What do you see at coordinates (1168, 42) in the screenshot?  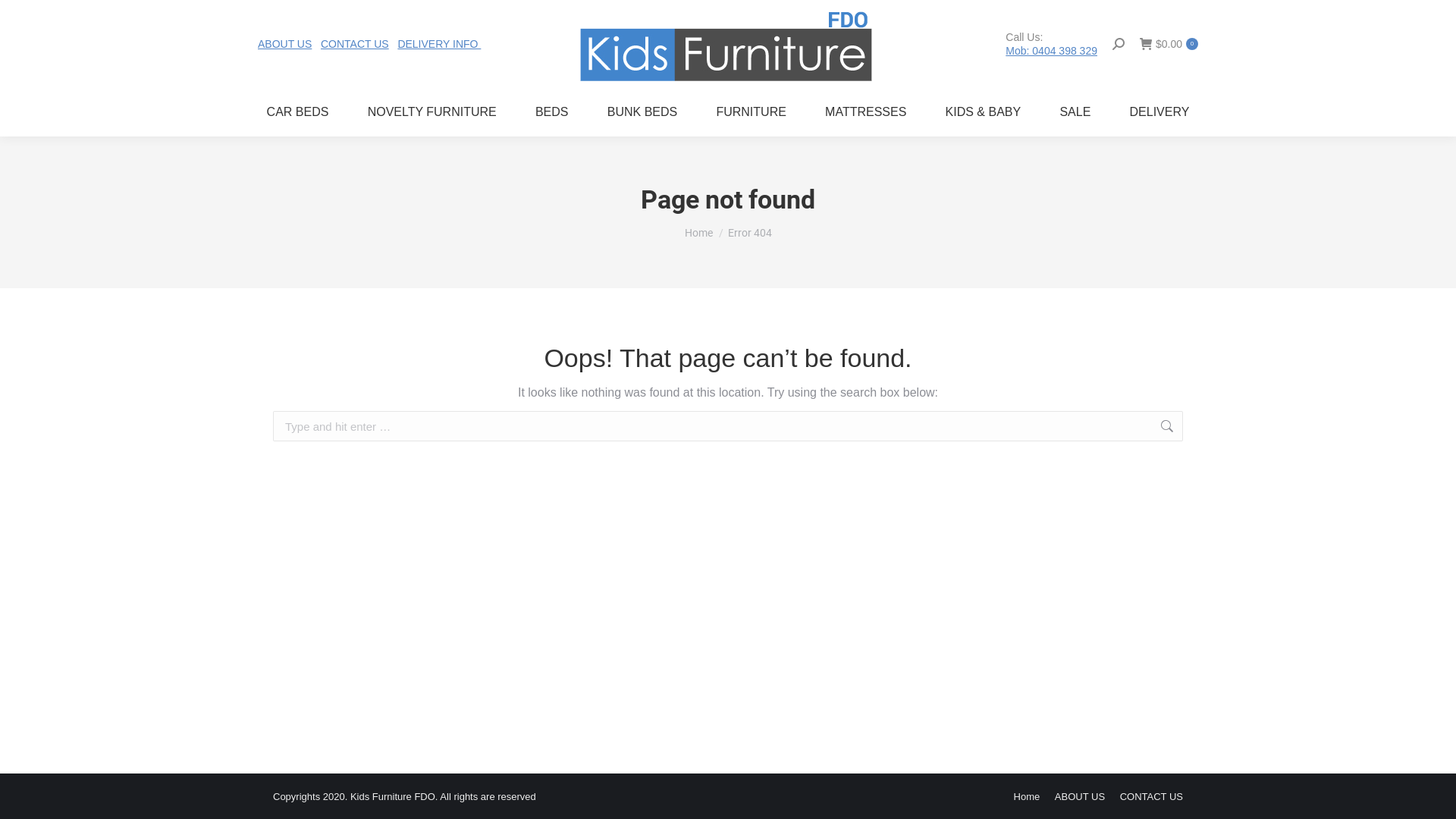 I see `'$0.00` at bounding box center [1168, 42].